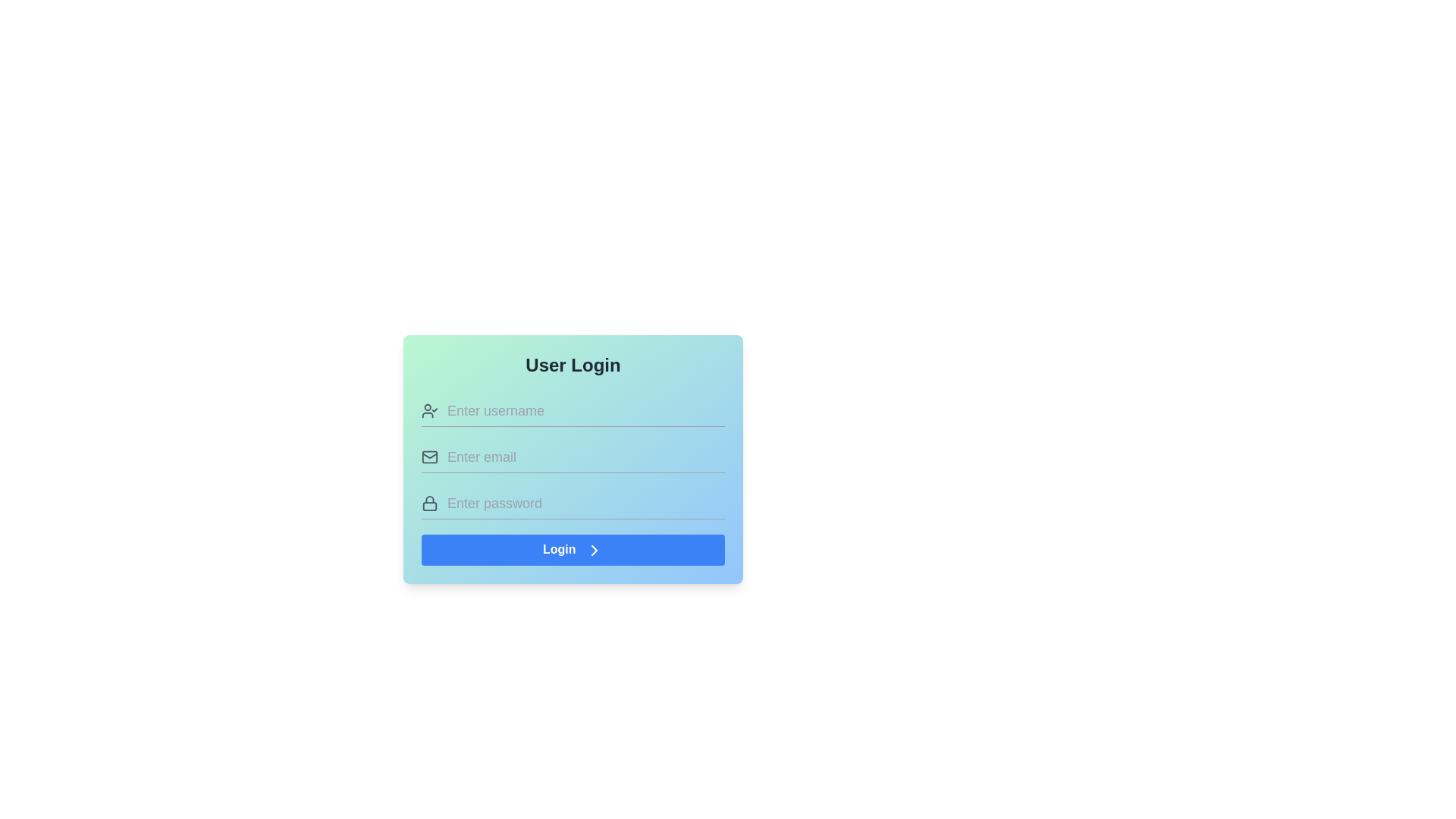 This screenshot has height=819, width=1456. I want to click on the envelope-shaped icon with thin gray lines on a light mint green background, located to the left of the 'Enter email' text input field in the login form, so click(428, 456).